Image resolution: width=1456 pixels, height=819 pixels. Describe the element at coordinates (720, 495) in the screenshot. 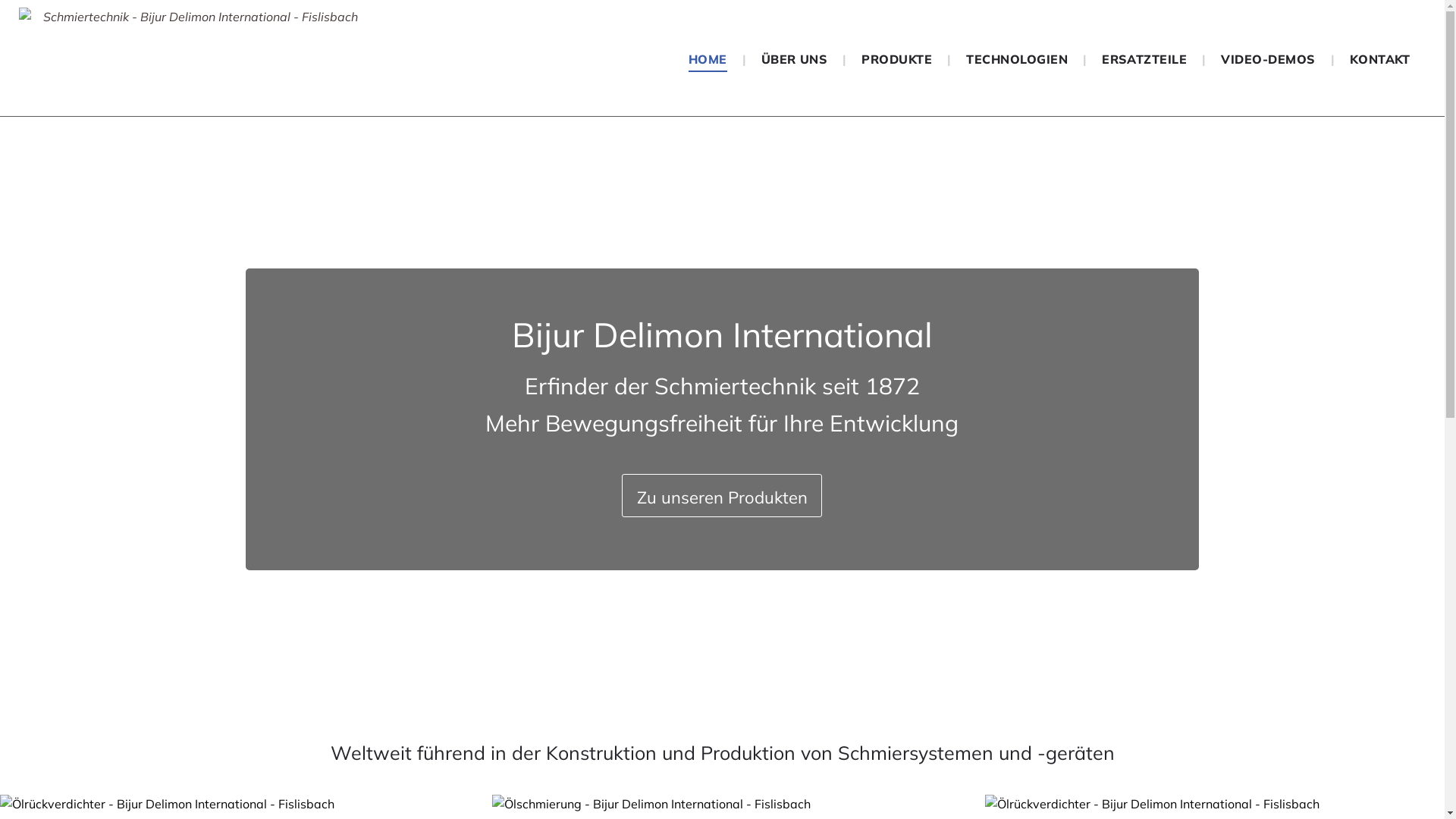

I see `'Zu unseren Produkten'` at that location.